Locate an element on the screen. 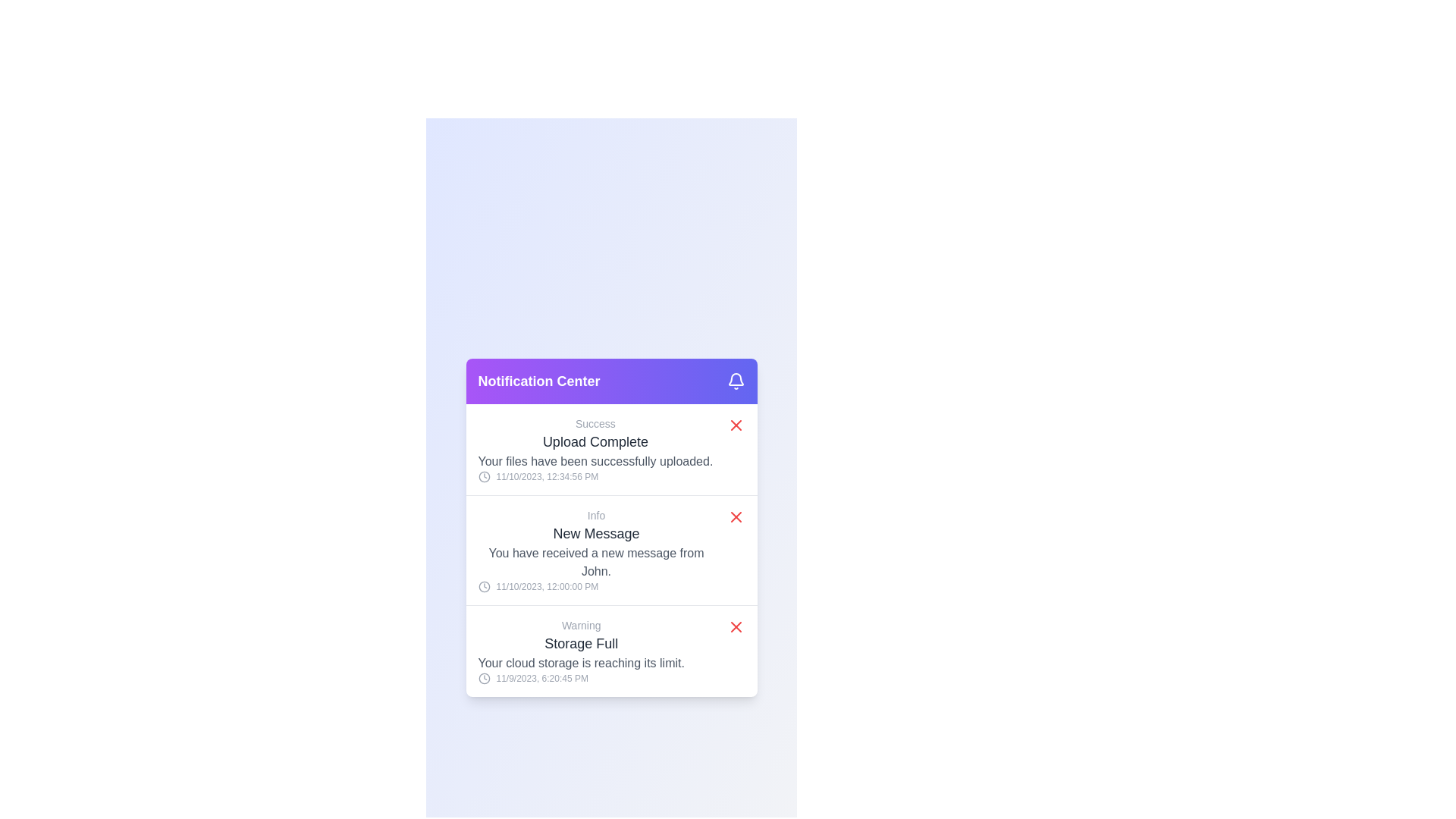 Image resolution: width=1456 pixels, height=819 pixels. the remove icon button located at the top-right corner of the 'Upload Complete' notification message card is located at coordinates (736, 425).